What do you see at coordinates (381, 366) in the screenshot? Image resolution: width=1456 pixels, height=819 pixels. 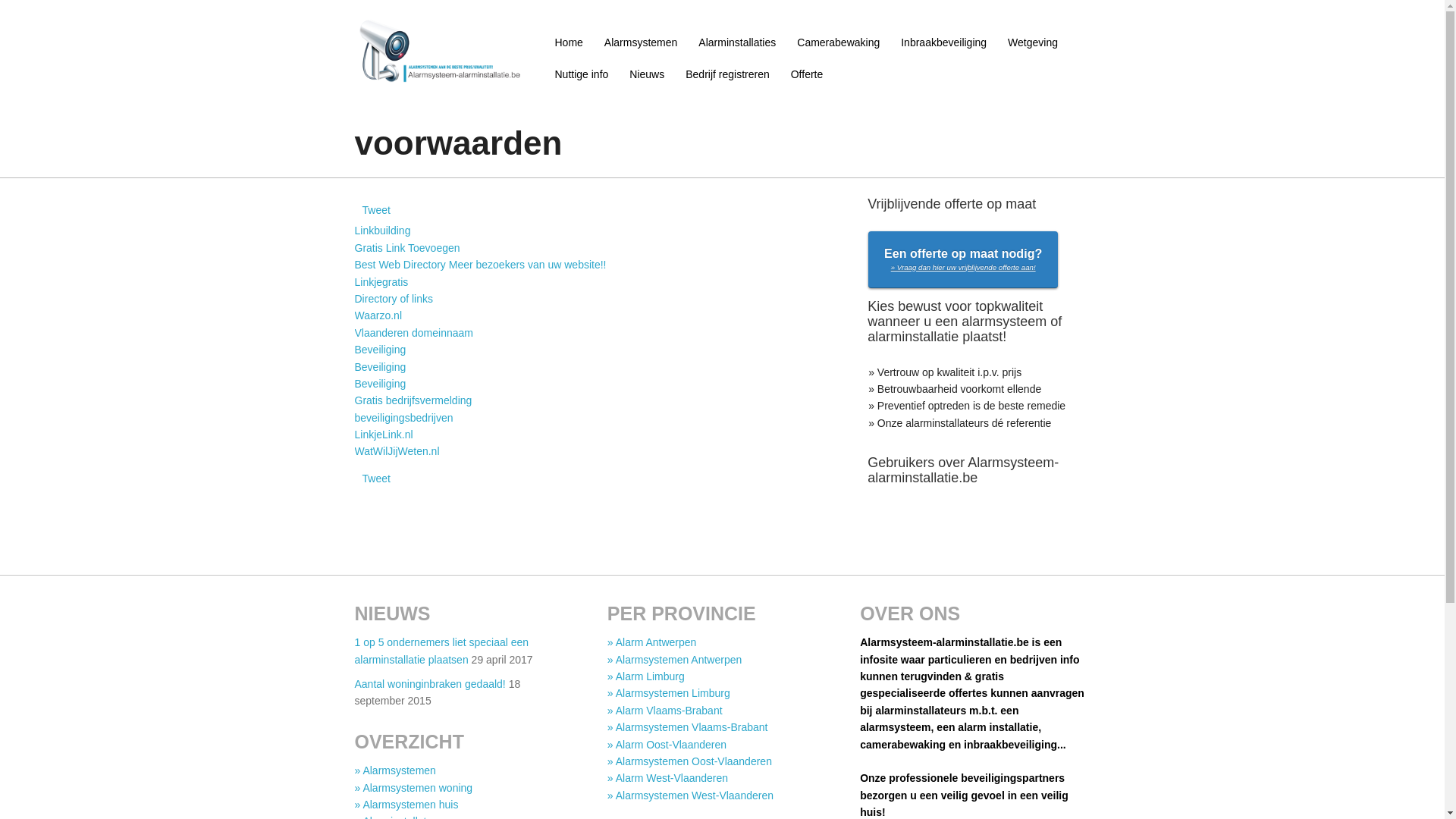 I see `'Beveiliging'` at bounding box center [381, 366].